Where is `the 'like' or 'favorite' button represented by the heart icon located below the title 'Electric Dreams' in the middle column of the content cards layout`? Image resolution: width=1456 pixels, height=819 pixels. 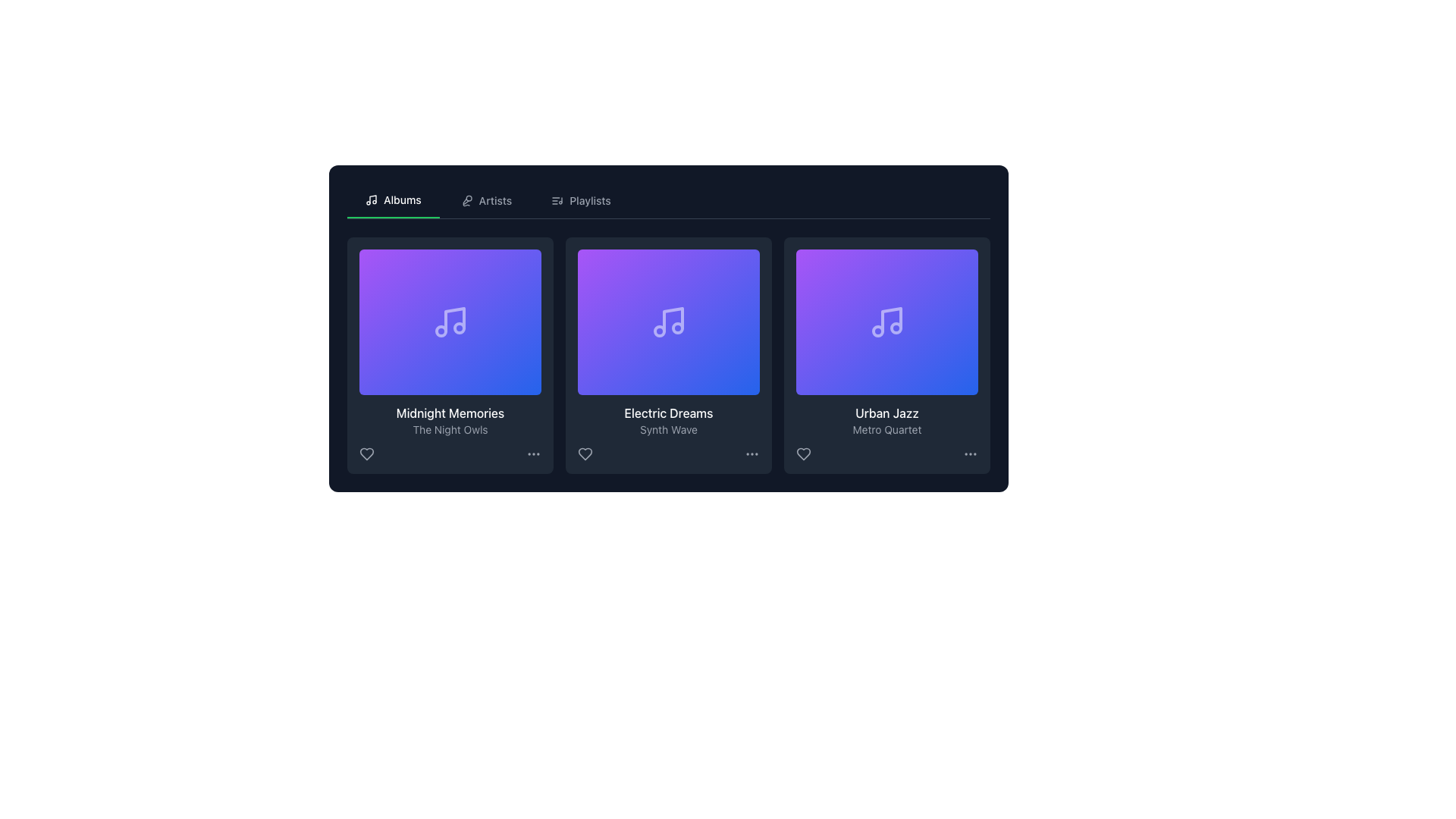
the 'like' or 'favorite' button represented by the heart icon located below the title 'Electric Dreams' in the middle column of the content cards layout is located at coordinates (585, 453).